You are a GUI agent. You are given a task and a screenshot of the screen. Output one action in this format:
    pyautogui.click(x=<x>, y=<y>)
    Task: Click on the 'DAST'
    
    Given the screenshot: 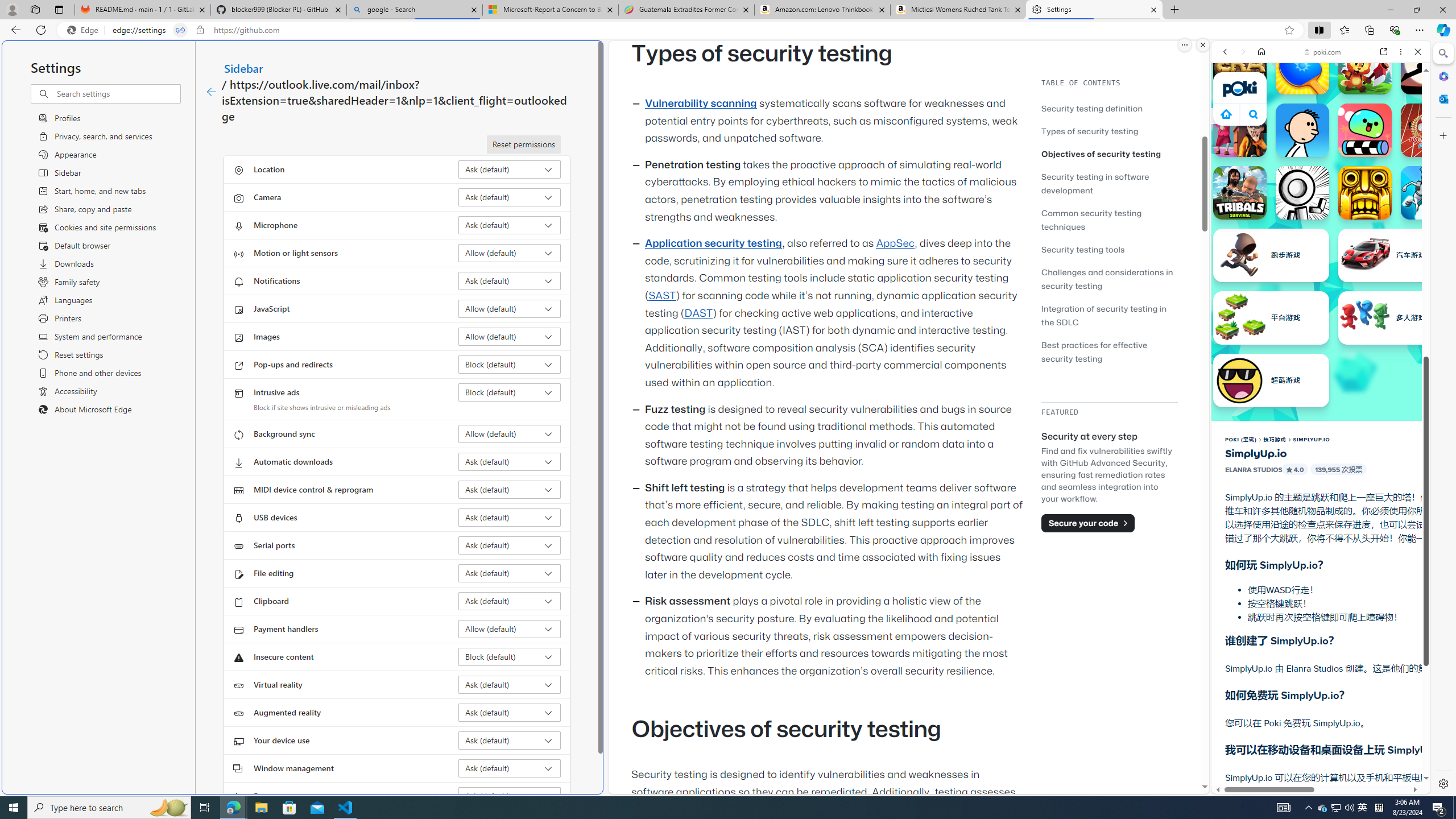 What is the action you would take?
    pyautogui.click(x=698, y=312)
    